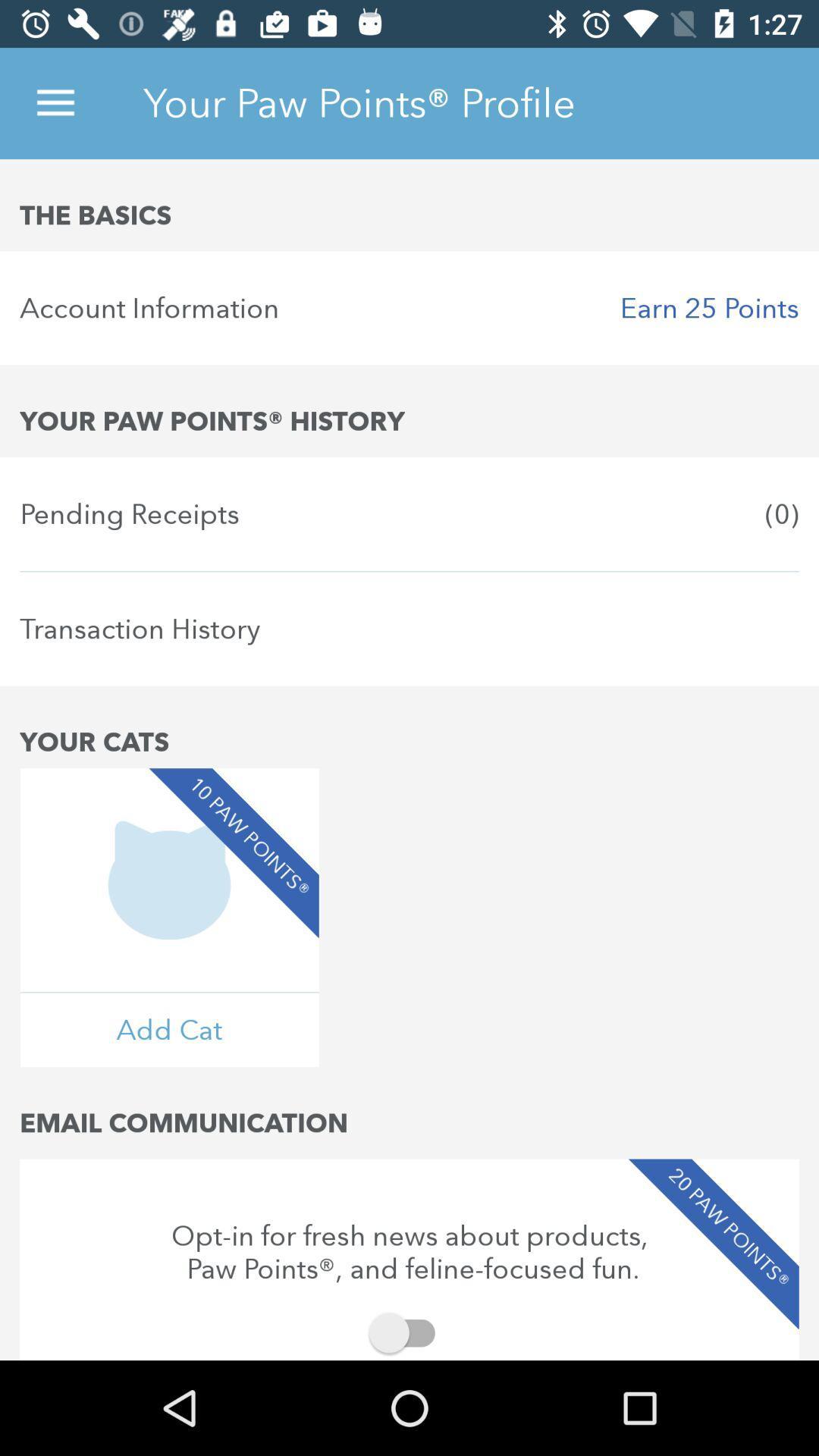 Image resolution: width=819 pixels, height=1456 pixels. What do you see at coordinates (409, 1332) in the screenshot?
I see `item below opt in for item` at bounding box center [409, 1332].